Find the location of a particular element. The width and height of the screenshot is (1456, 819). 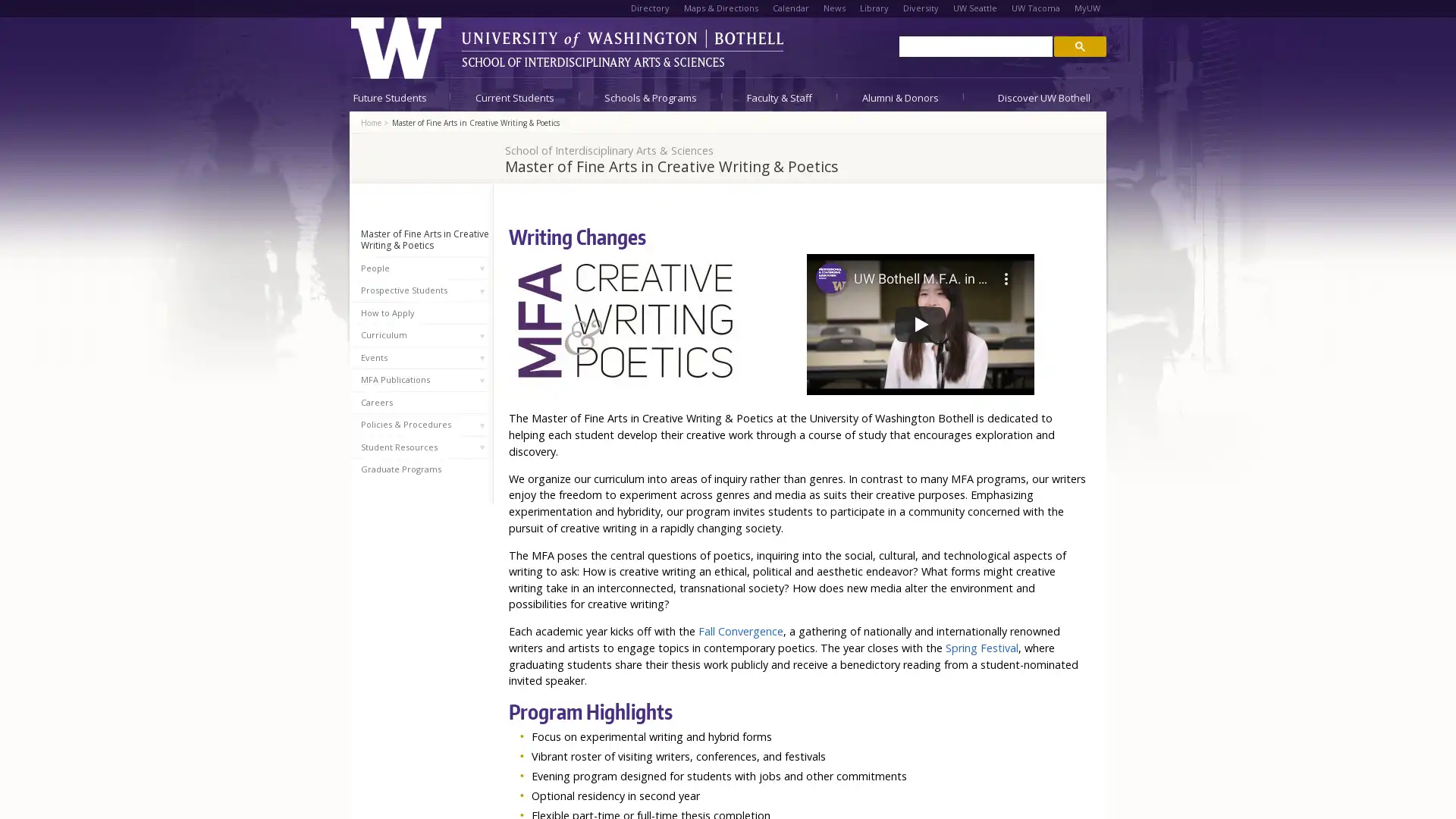

search is located at coordinates (1079, 45).